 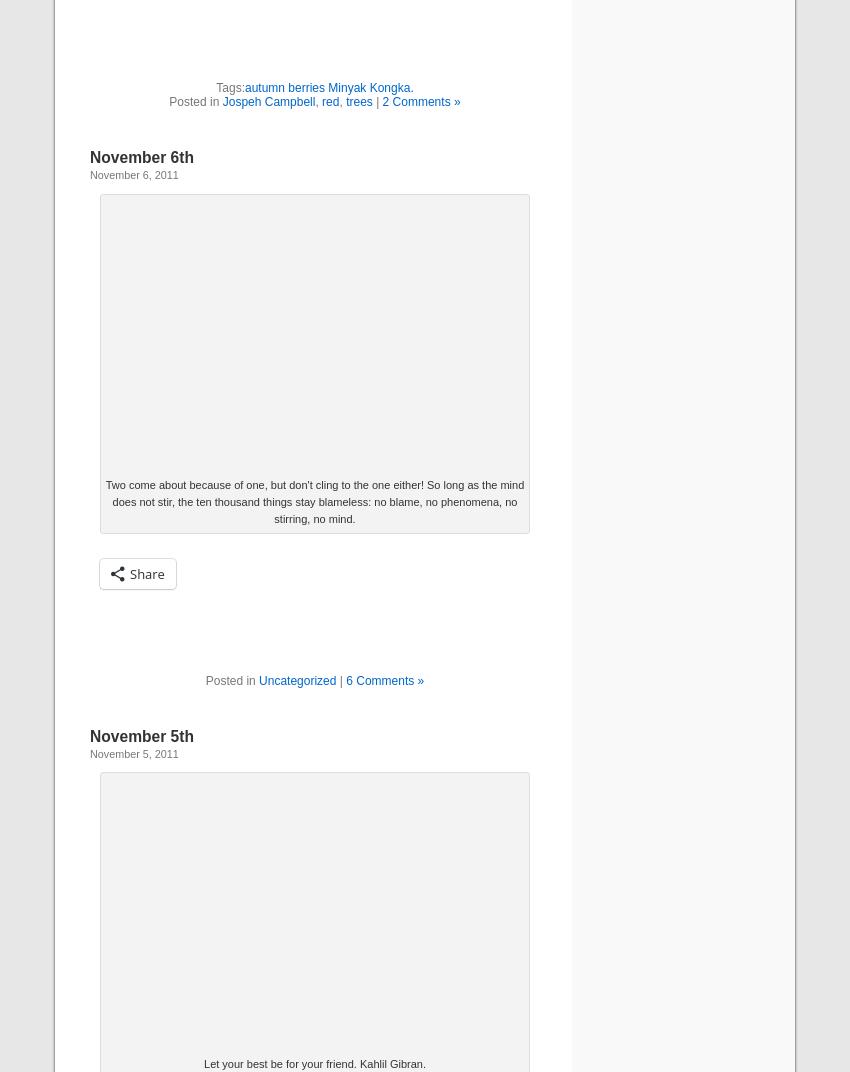 What do you see at coordinates (321, 101) in the screenshot?
I see `'red'` at bounding box center [321, 101].